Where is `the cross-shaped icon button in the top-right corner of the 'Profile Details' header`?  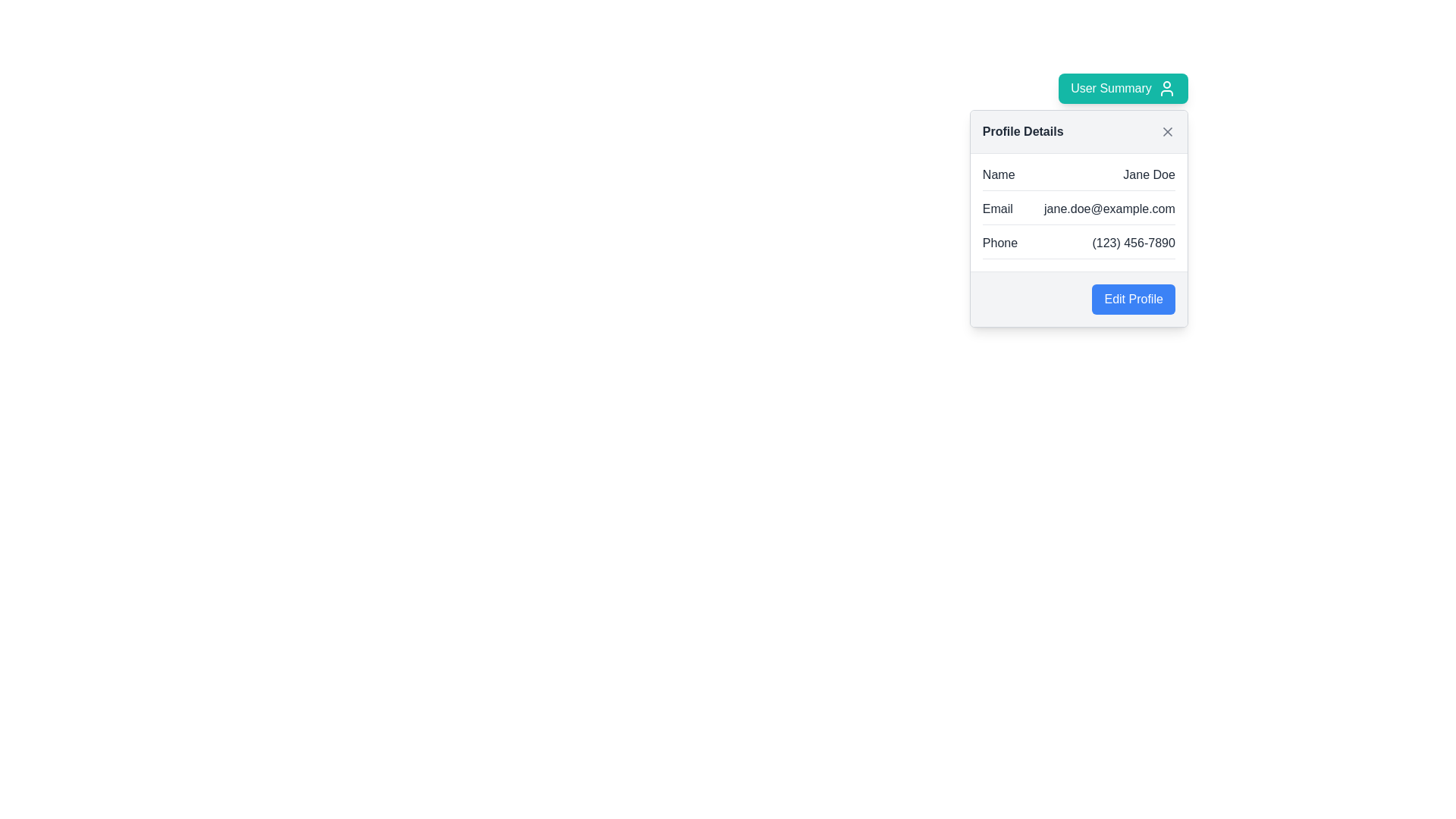
the cross-shaped icon button in the top-right corner of the 'Profile Details' header is located at coordinates (1166, 130).